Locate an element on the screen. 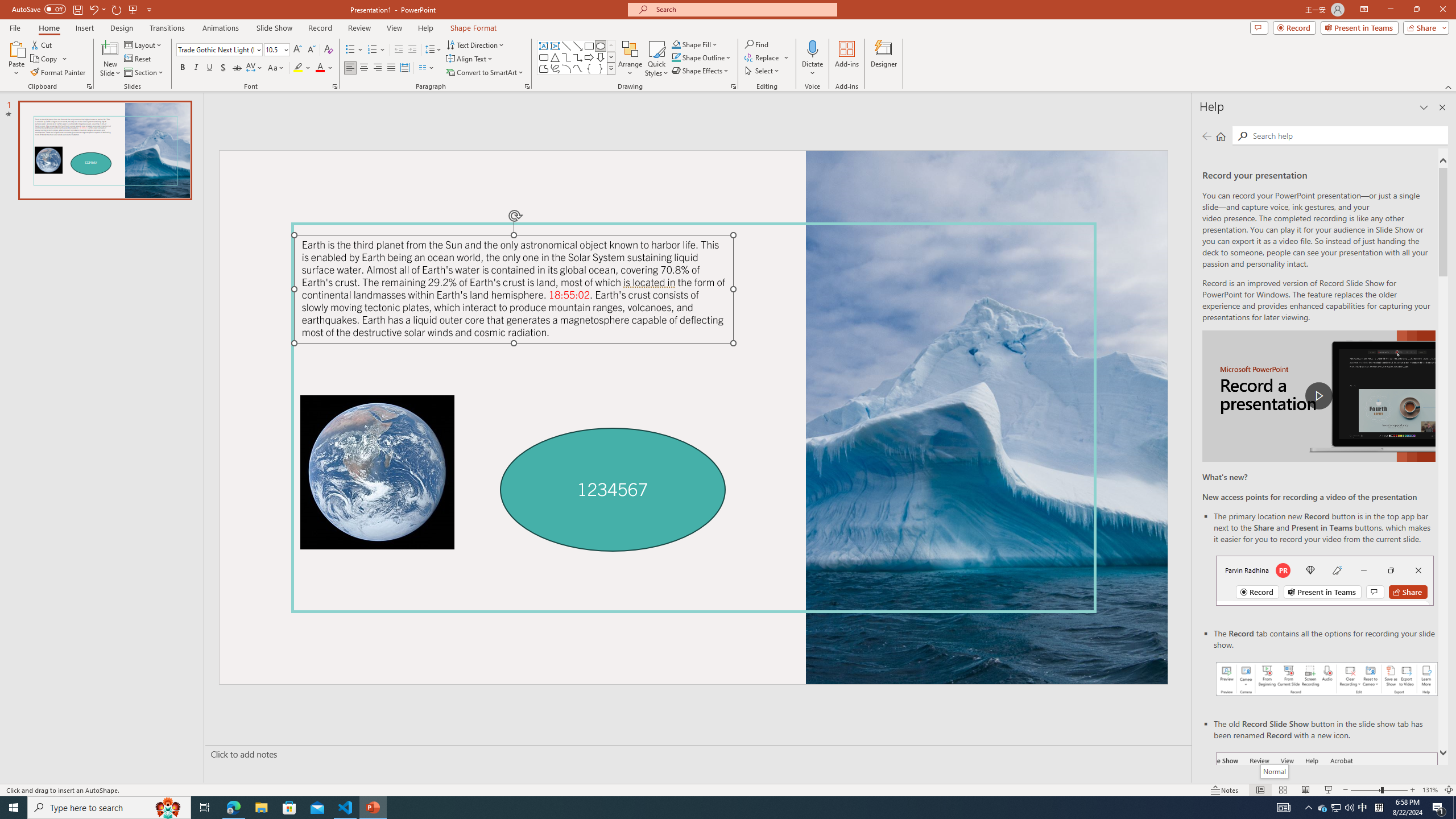 The image size is (1456, 819). 'Zoom 131%' is located at coordinates (1430, 790).